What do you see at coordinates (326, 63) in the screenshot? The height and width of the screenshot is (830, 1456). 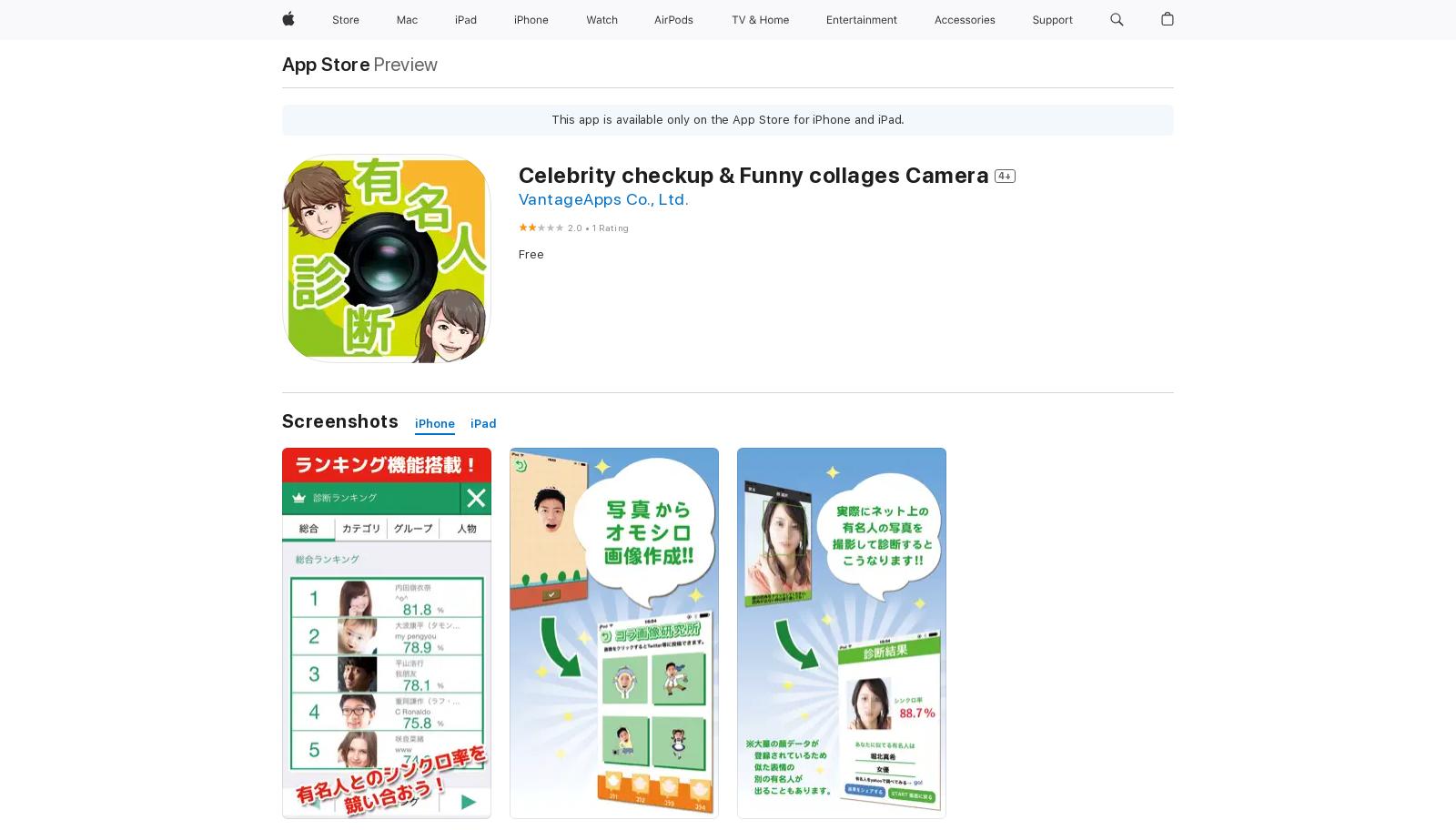 I see `'App Store'` at bounding box center [326, 63].